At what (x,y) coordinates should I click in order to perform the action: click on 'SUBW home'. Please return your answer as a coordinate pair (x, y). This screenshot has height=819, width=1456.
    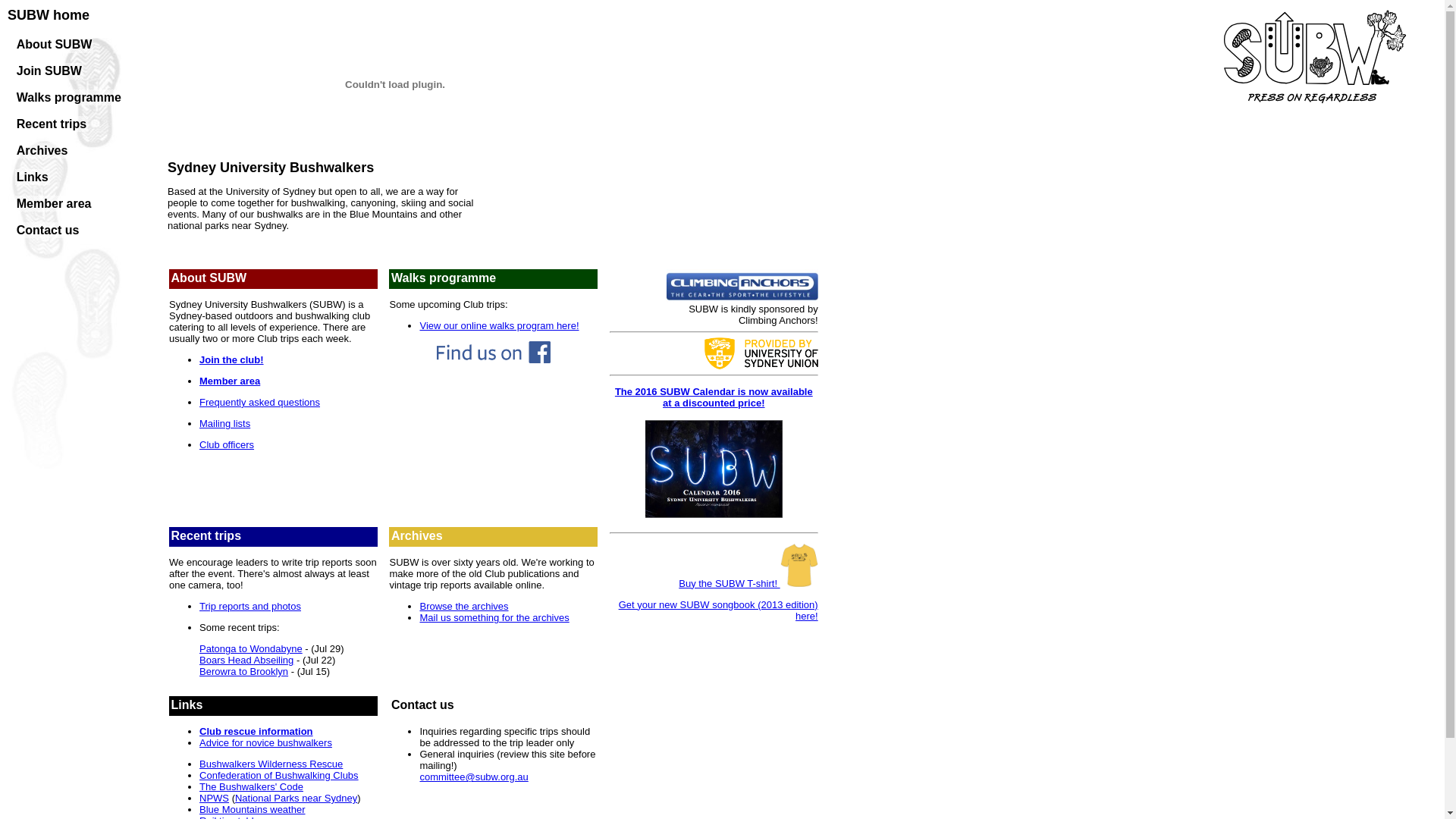
    Looking at the image, I should click on (7, 14).